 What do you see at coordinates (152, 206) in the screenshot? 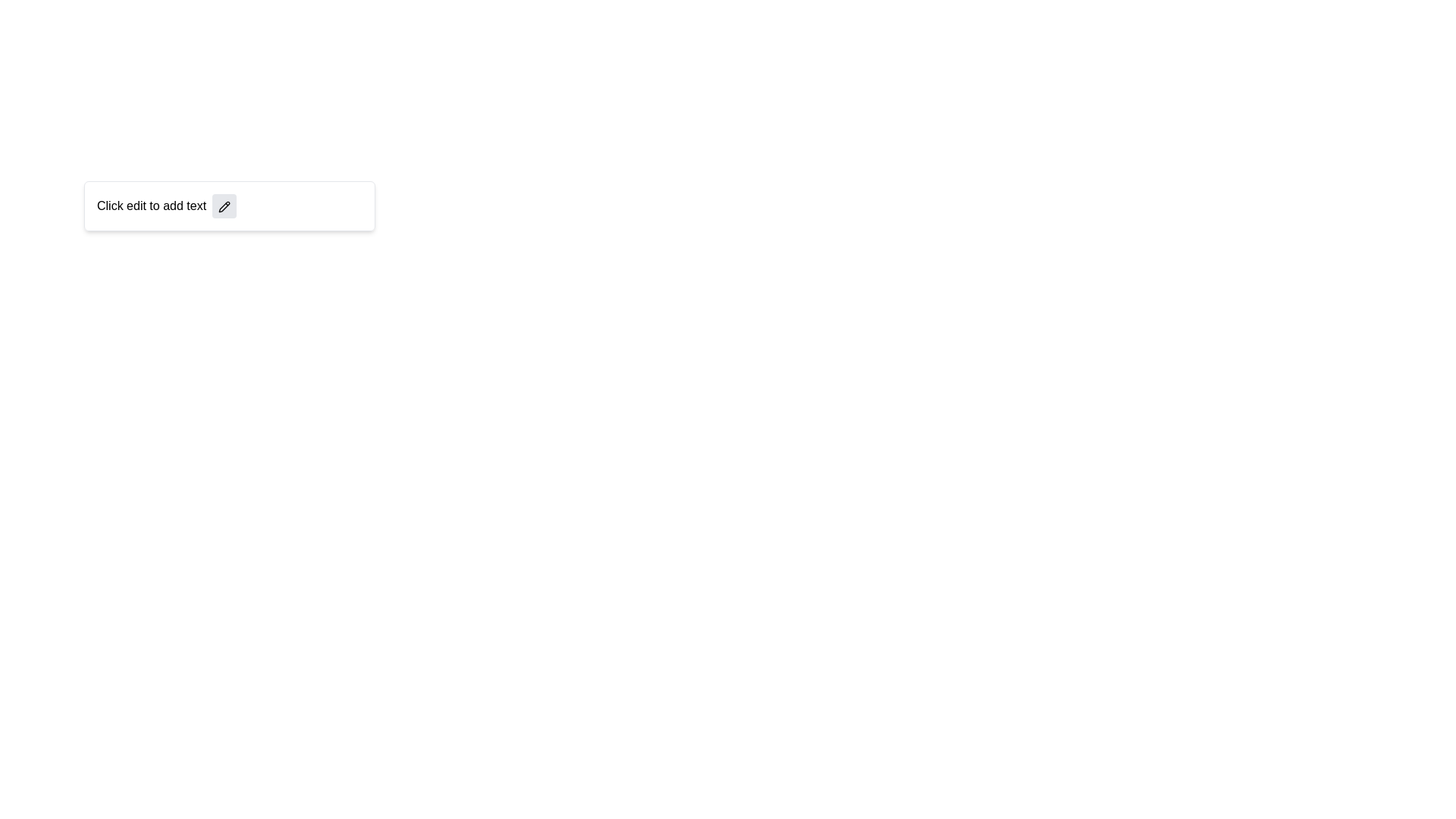
I see `the static text label that displays 'Click edit to add text', which is styled in black and located to the left of a pencil icon and a rectangular button` at bounding box center [152, 206].